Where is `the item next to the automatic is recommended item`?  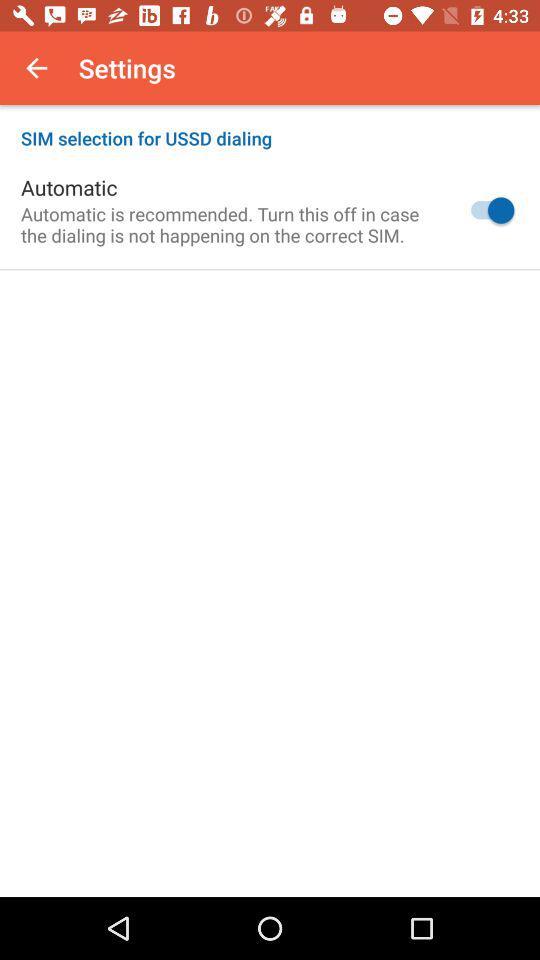
the item next to the automatic is recommended item is located at coordinates (486, 210).